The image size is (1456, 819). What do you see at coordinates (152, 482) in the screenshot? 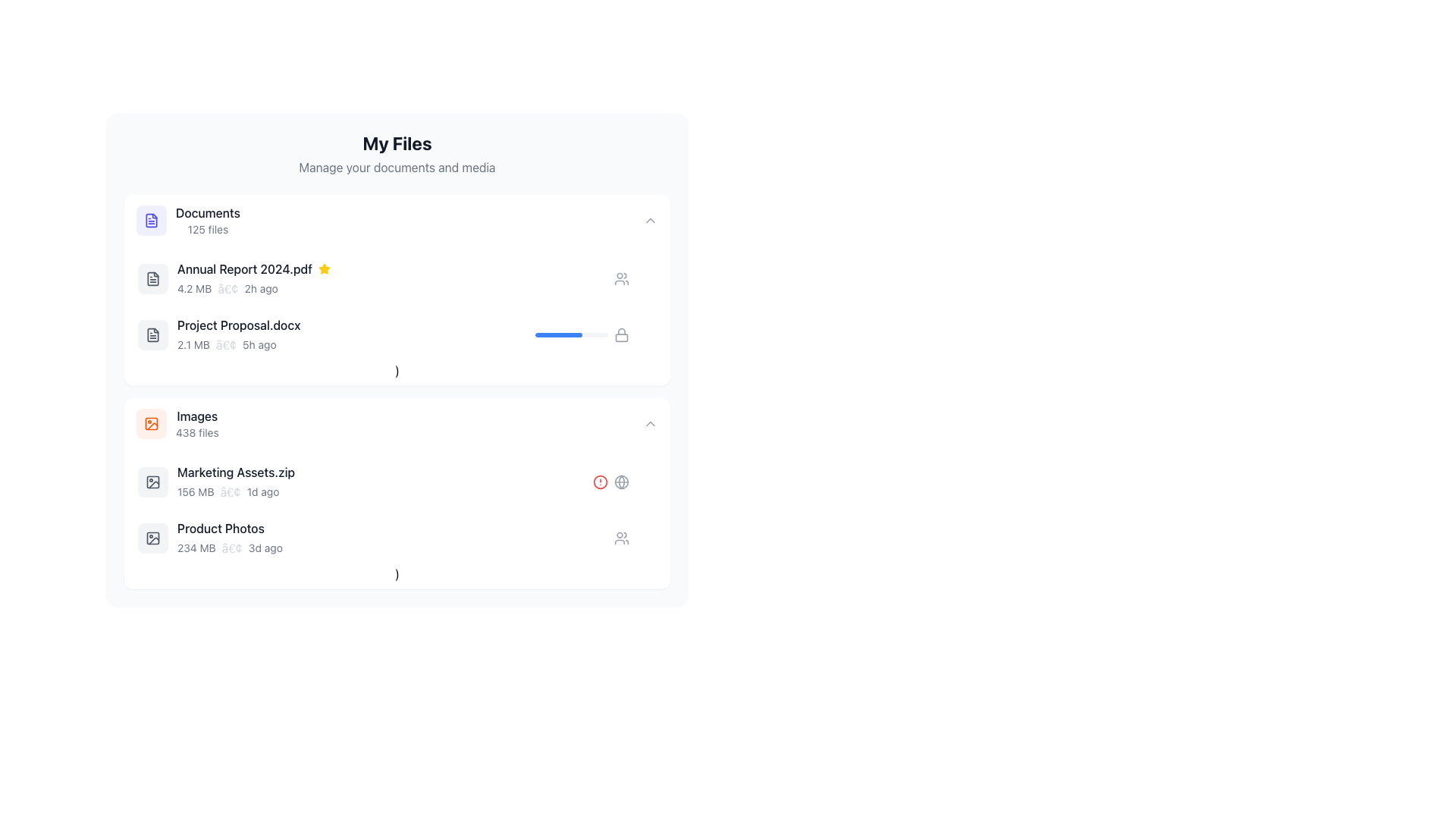
I see `the image thumbnail icon representing 'Marketing Assets.zip' in the 'Images' section` at bounding box center [152, 482].